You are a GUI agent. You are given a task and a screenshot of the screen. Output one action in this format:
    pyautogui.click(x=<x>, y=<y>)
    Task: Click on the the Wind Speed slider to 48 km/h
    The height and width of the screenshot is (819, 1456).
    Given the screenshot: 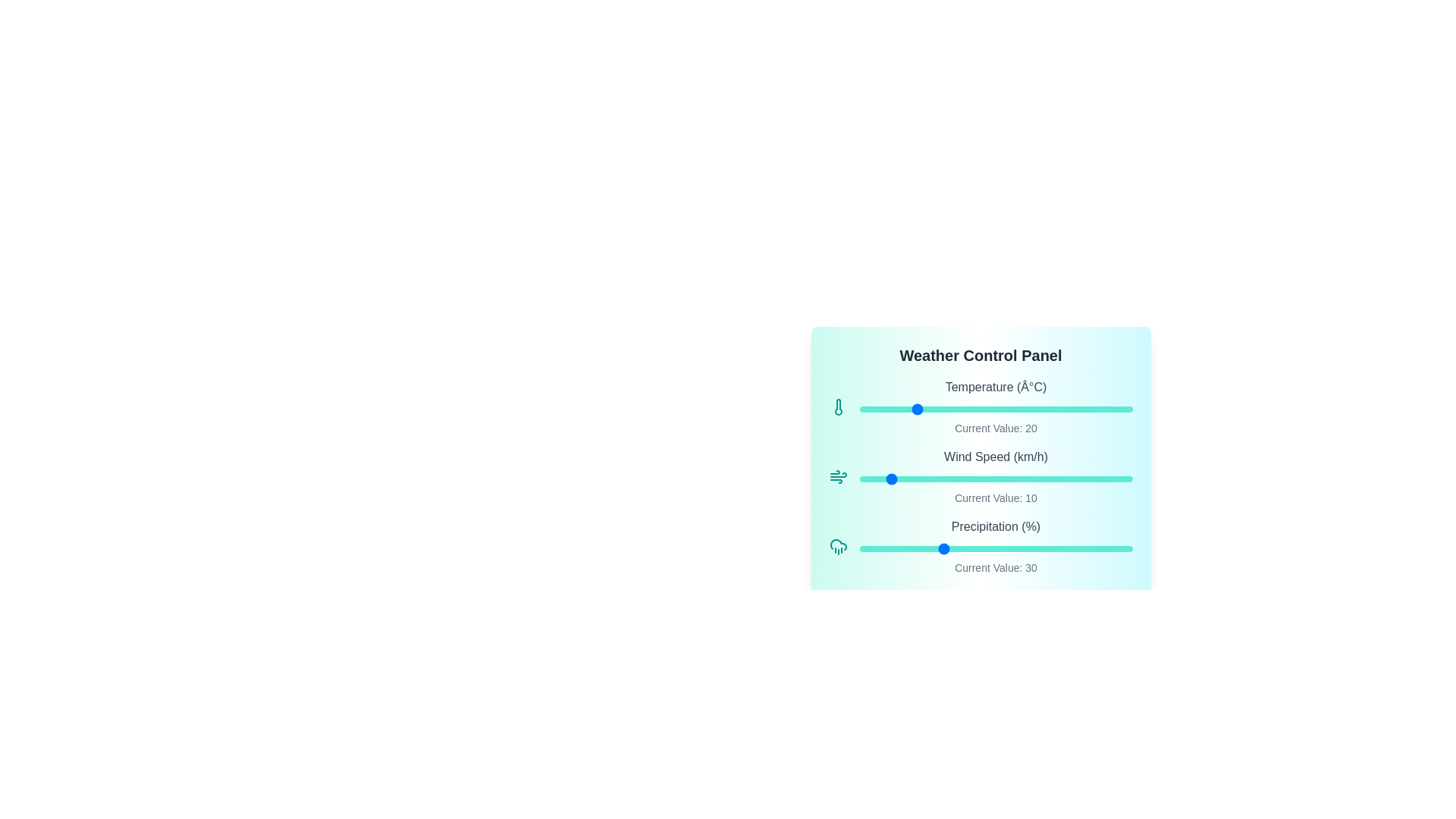 What is the action you would take?
    pyautogui.click(x=990, y=479)
    